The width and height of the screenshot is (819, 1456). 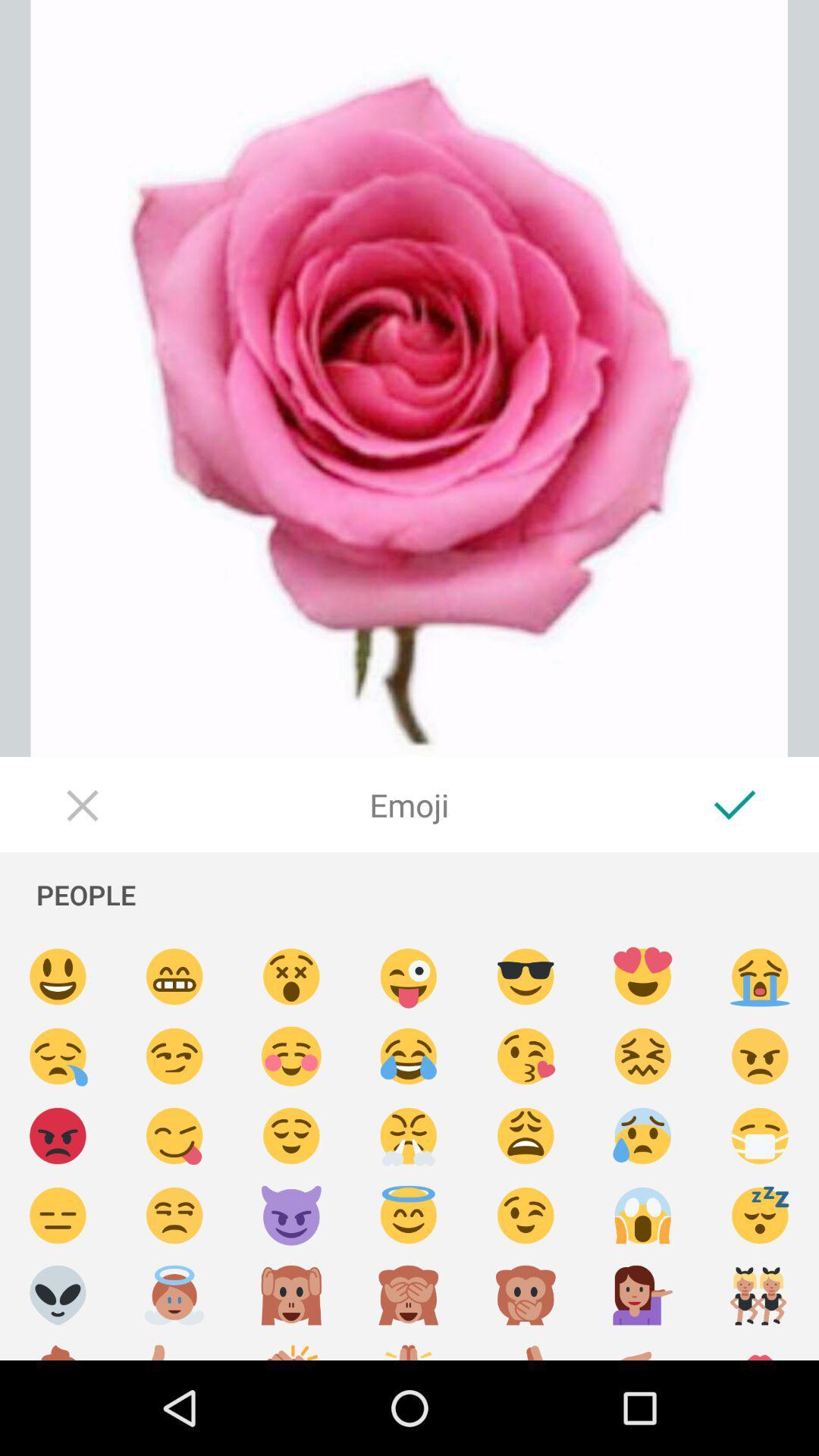 What do you see at coordinates (174, 1056) in the screenshot?
I see `emoji` at bounding box center [174, 1056].